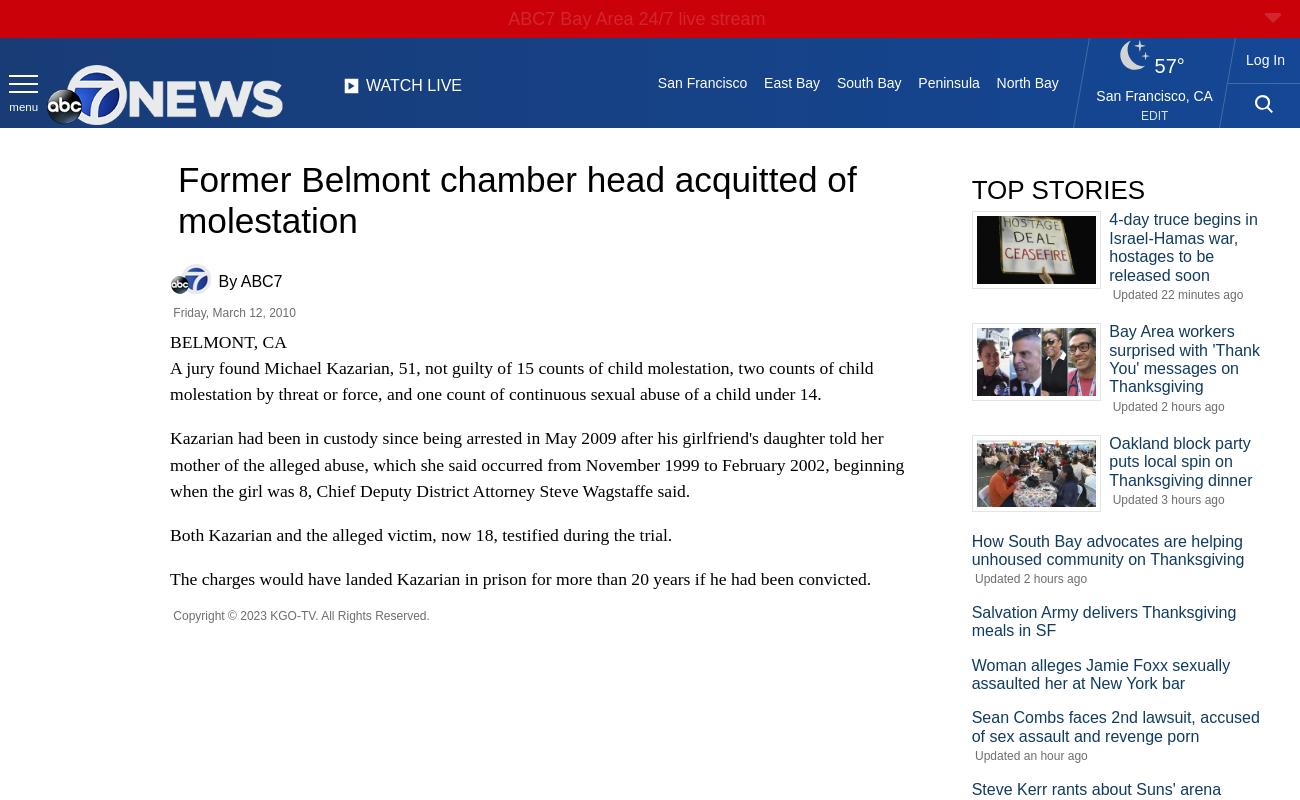 Image resolution: width=1300 pixels, height=800 pixels. I want to click on 'EDIT', so click(1154, 114).